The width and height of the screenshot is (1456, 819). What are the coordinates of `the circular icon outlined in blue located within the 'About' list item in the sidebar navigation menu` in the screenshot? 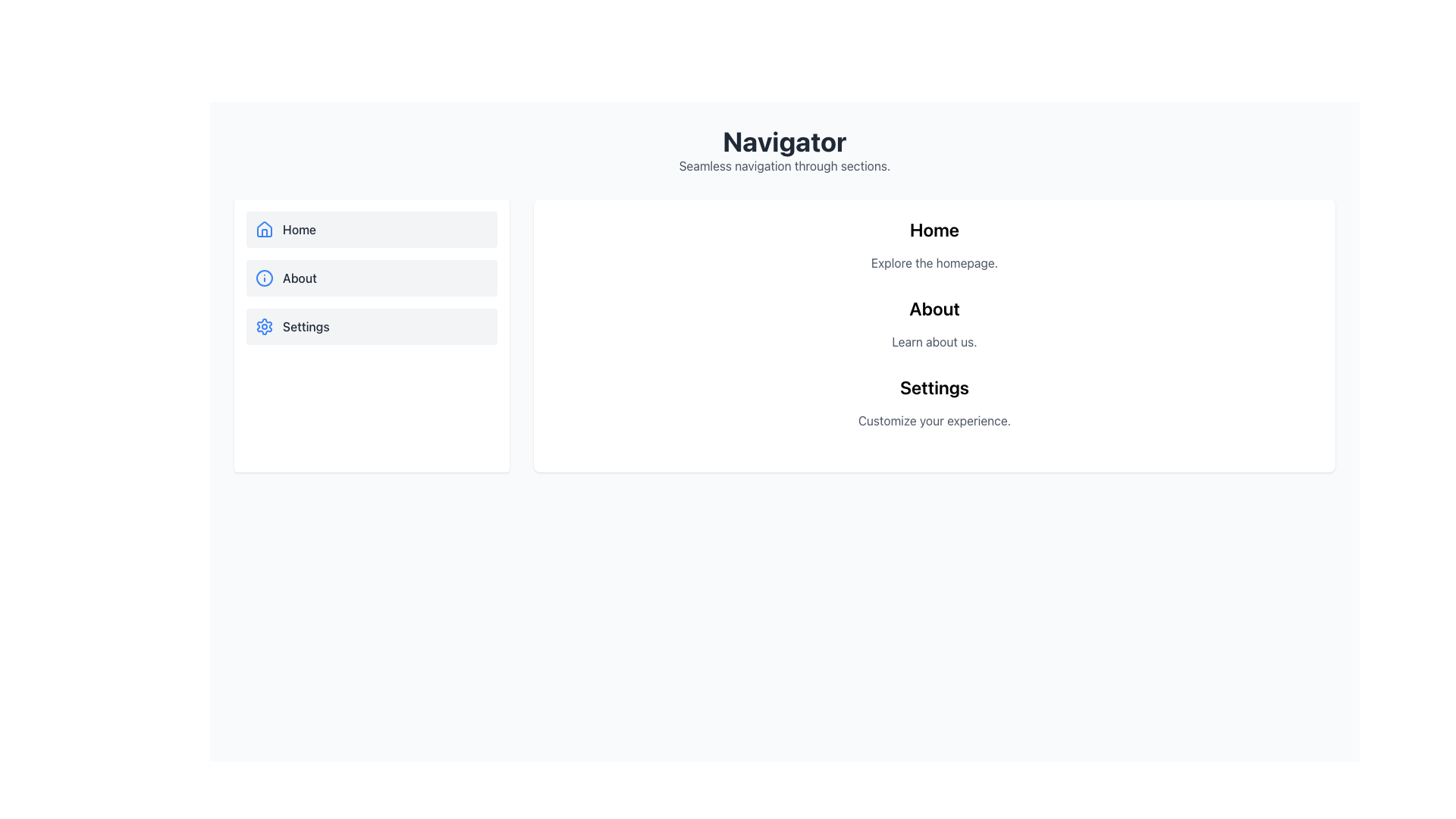 It's located at (265, 278).